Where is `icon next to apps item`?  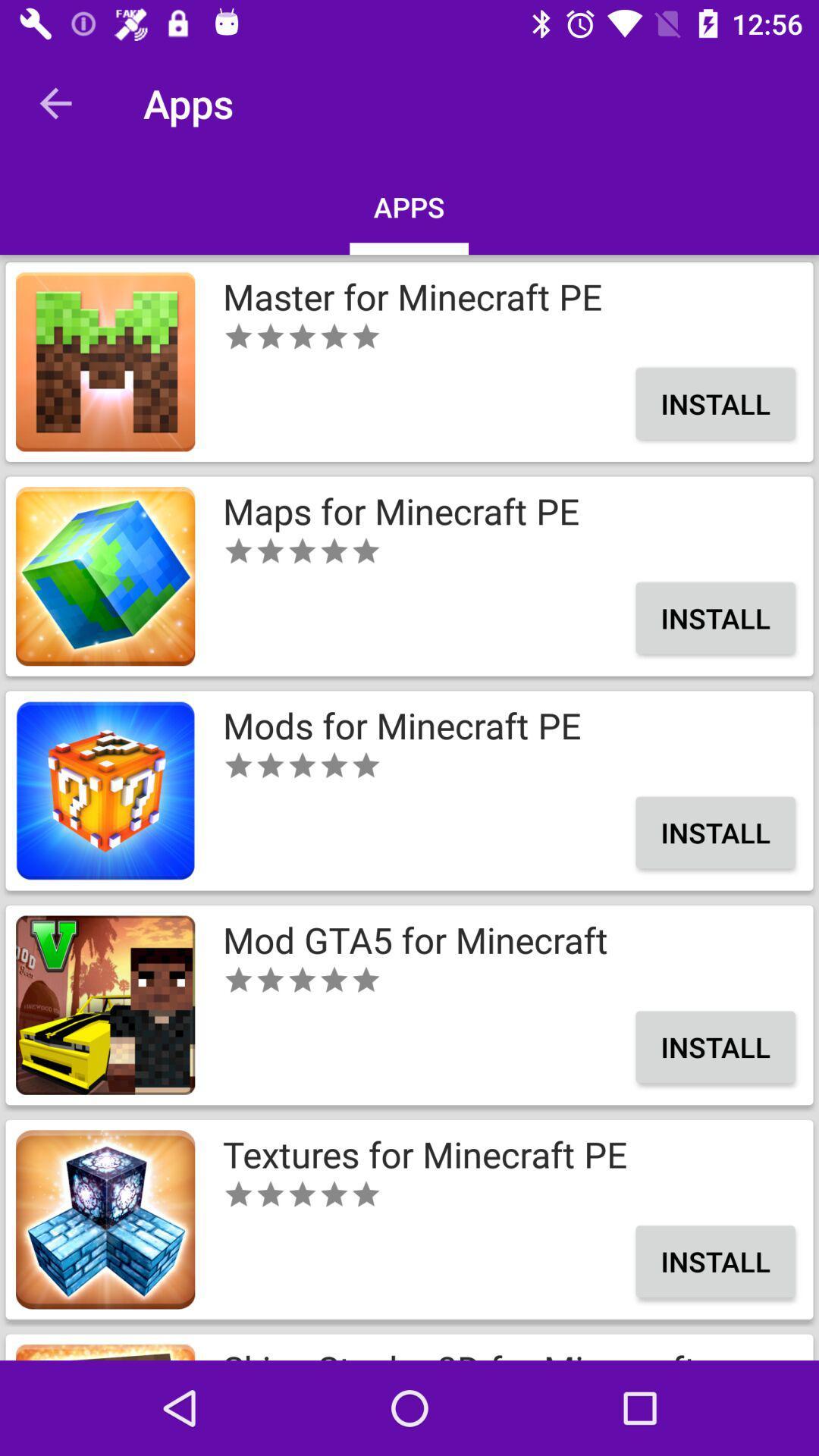 icon next to apps item is located at coordinates (55, 102).